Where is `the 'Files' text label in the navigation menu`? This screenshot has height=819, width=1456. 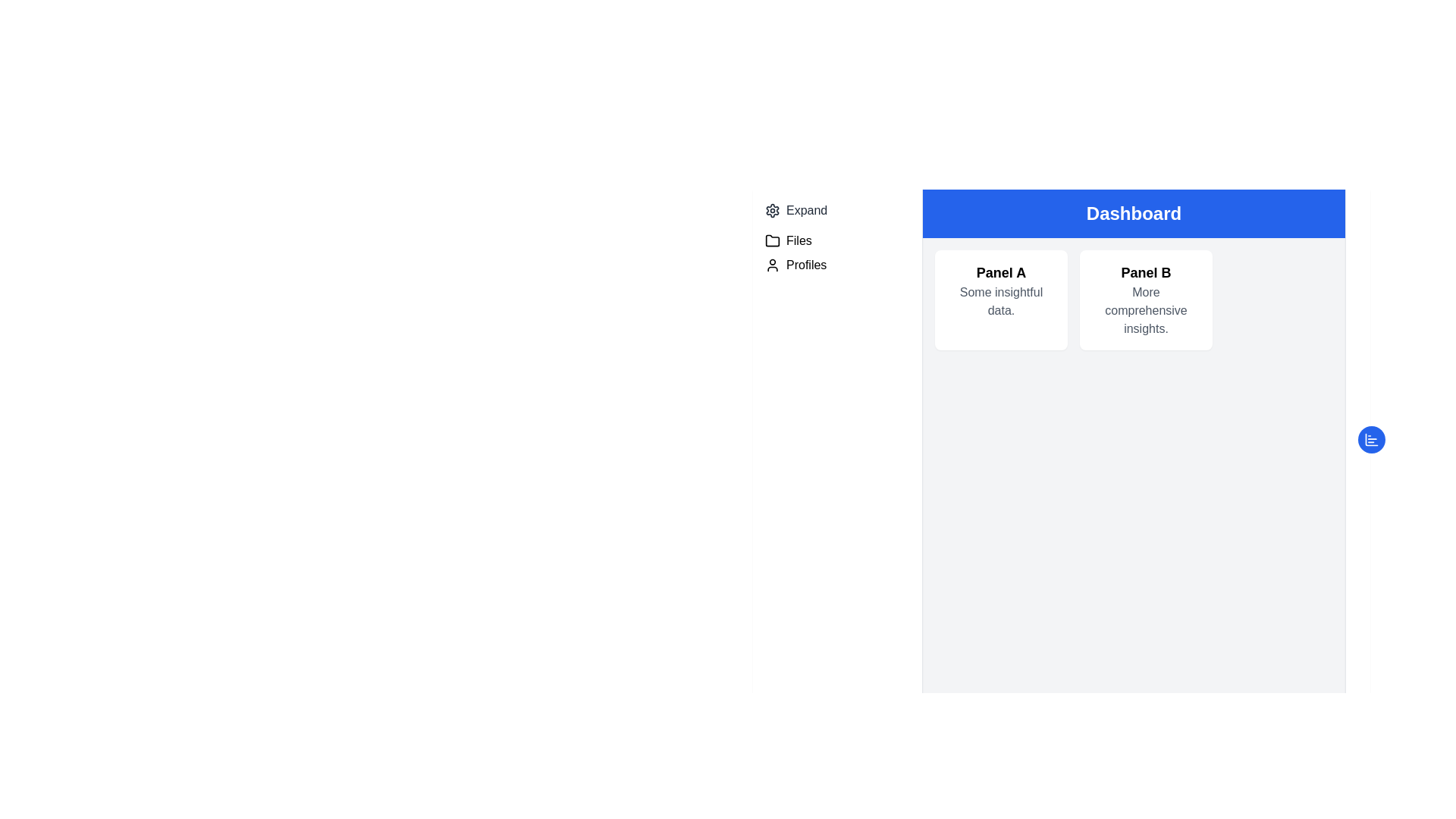
the 'Files' text label in the navigation menu is located at coordinates (798, 240).